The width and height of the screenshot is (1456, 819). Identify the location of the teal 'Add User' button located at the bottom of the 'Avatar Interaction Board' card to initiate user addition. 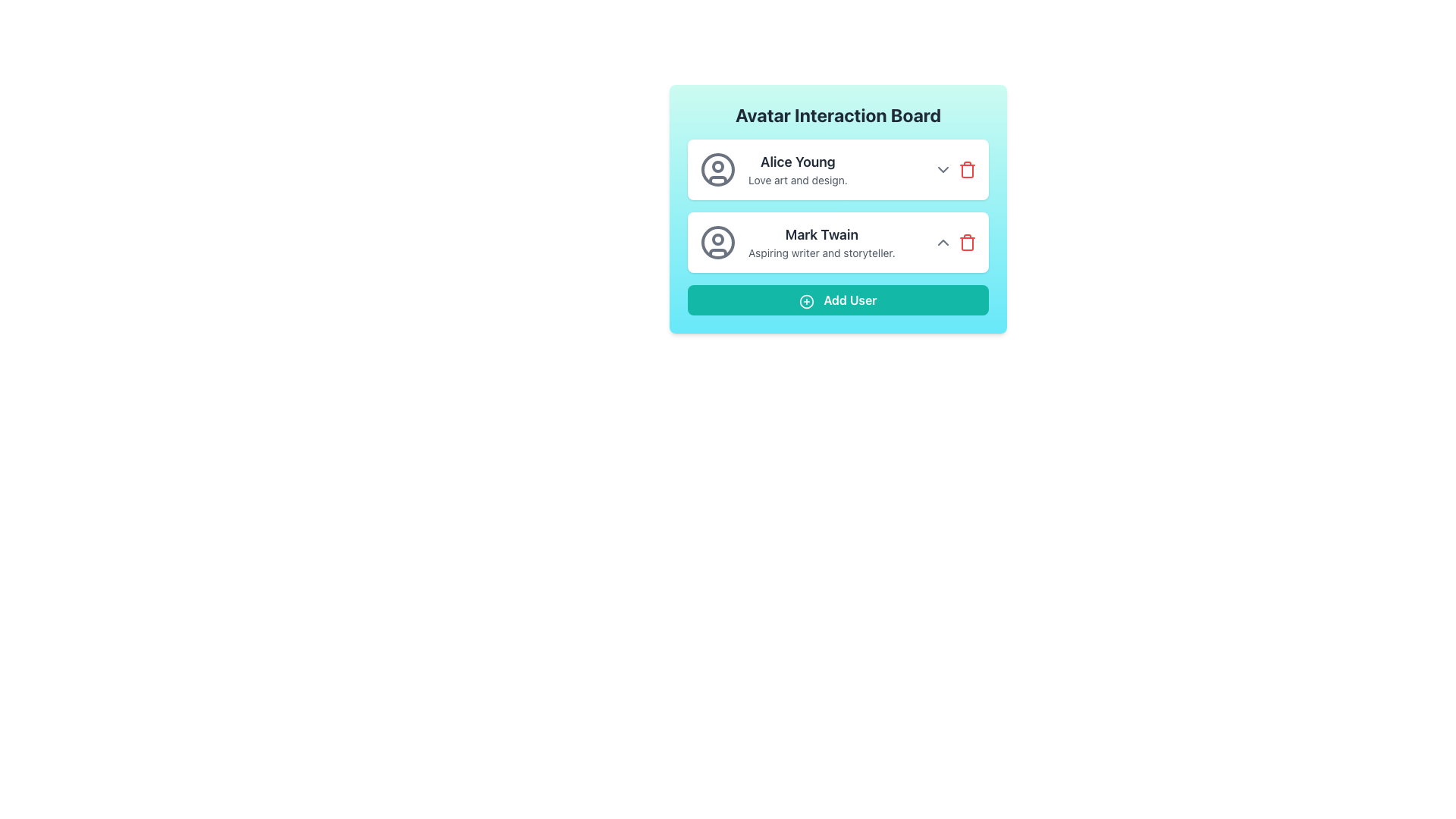
(837, 300).